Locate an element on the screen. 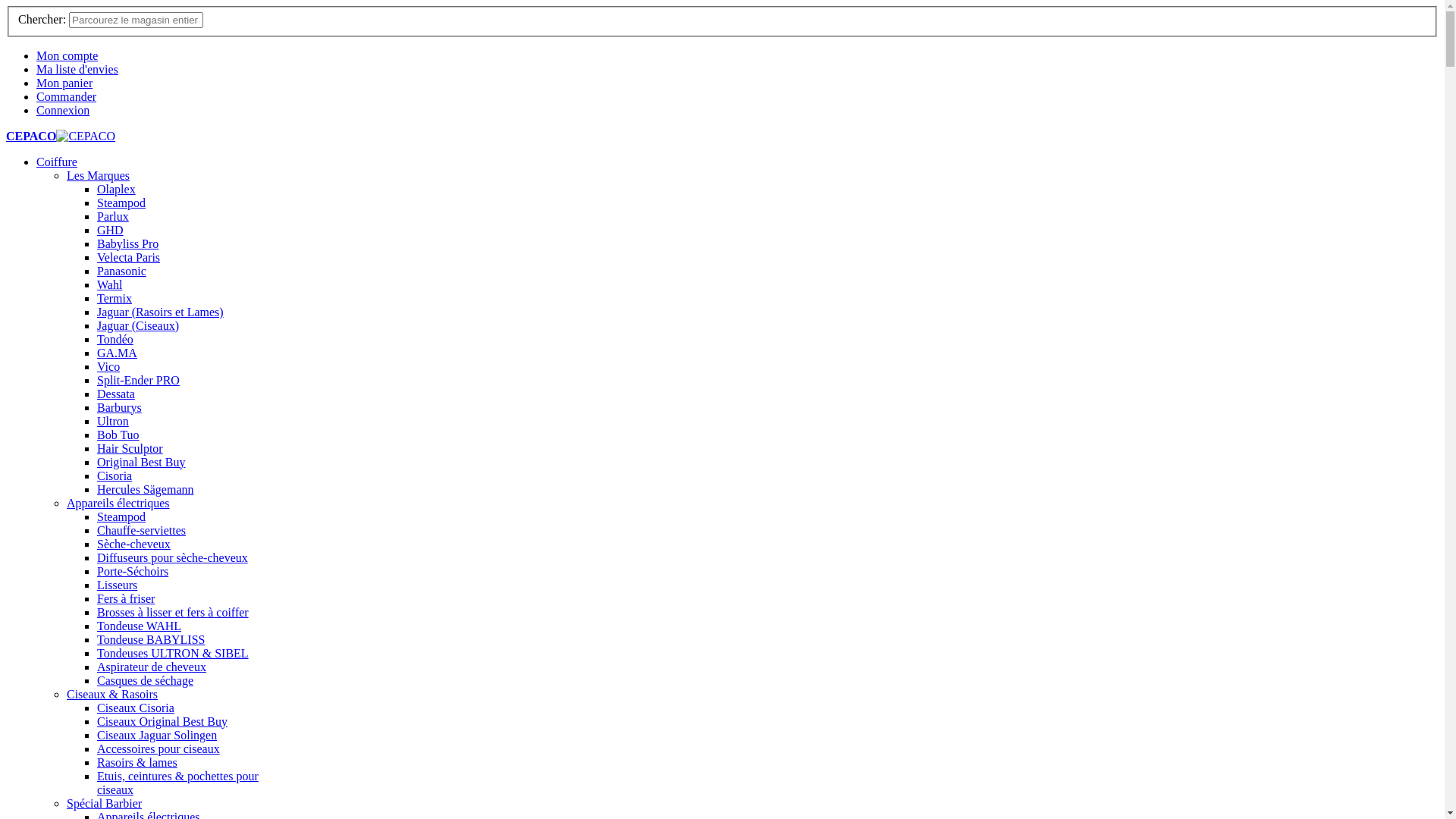 This screenshot has height=819, width=1456. 'Etuis, ceintures & pochettes pour ciseaux' is located at coordinates (96, 783).